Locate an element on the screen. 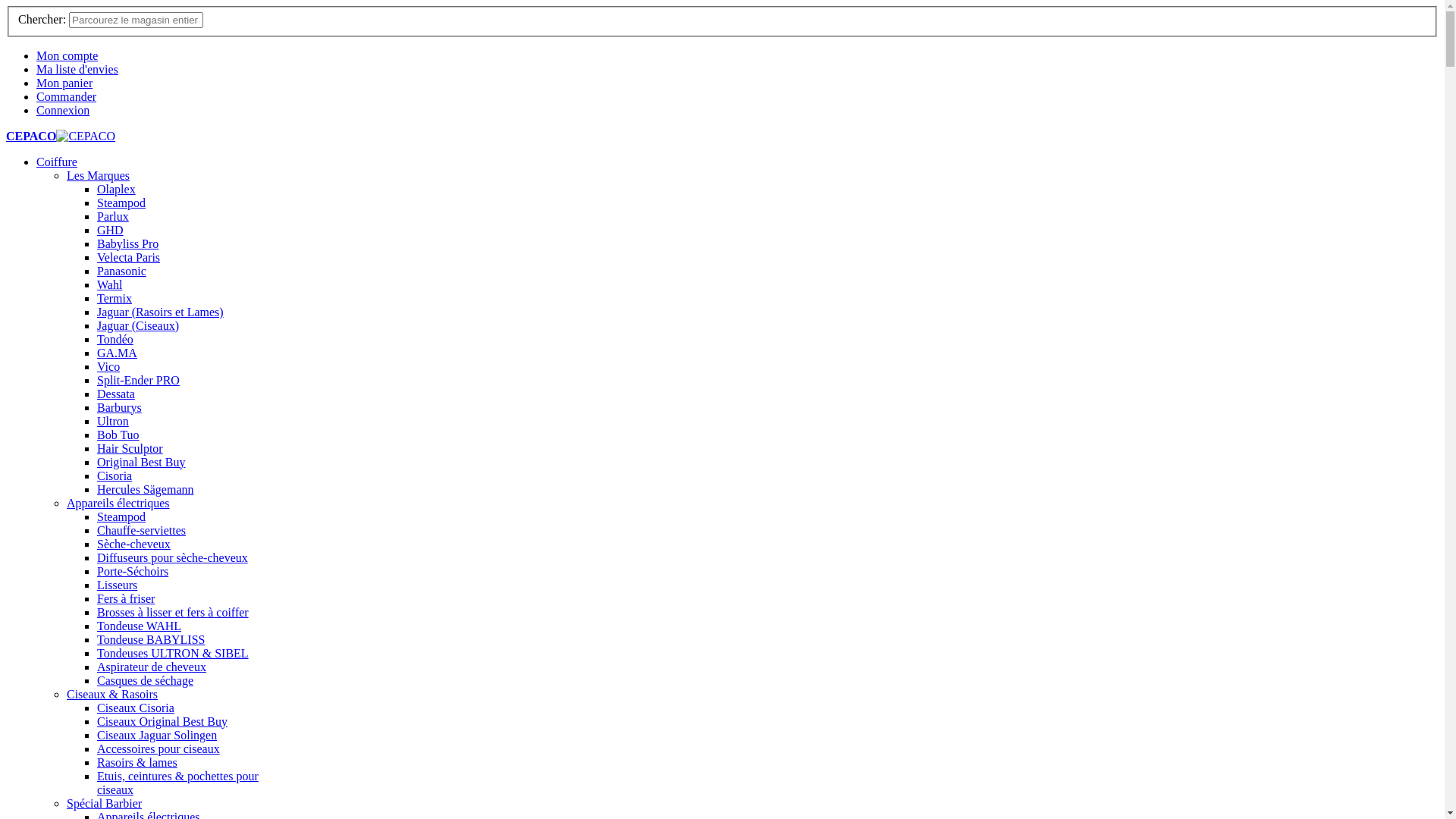 This screenshot has height=819, width=1456. 'Etuis, ceintures & pochettes pour ciseaux' is located at coordinates (96, 783).